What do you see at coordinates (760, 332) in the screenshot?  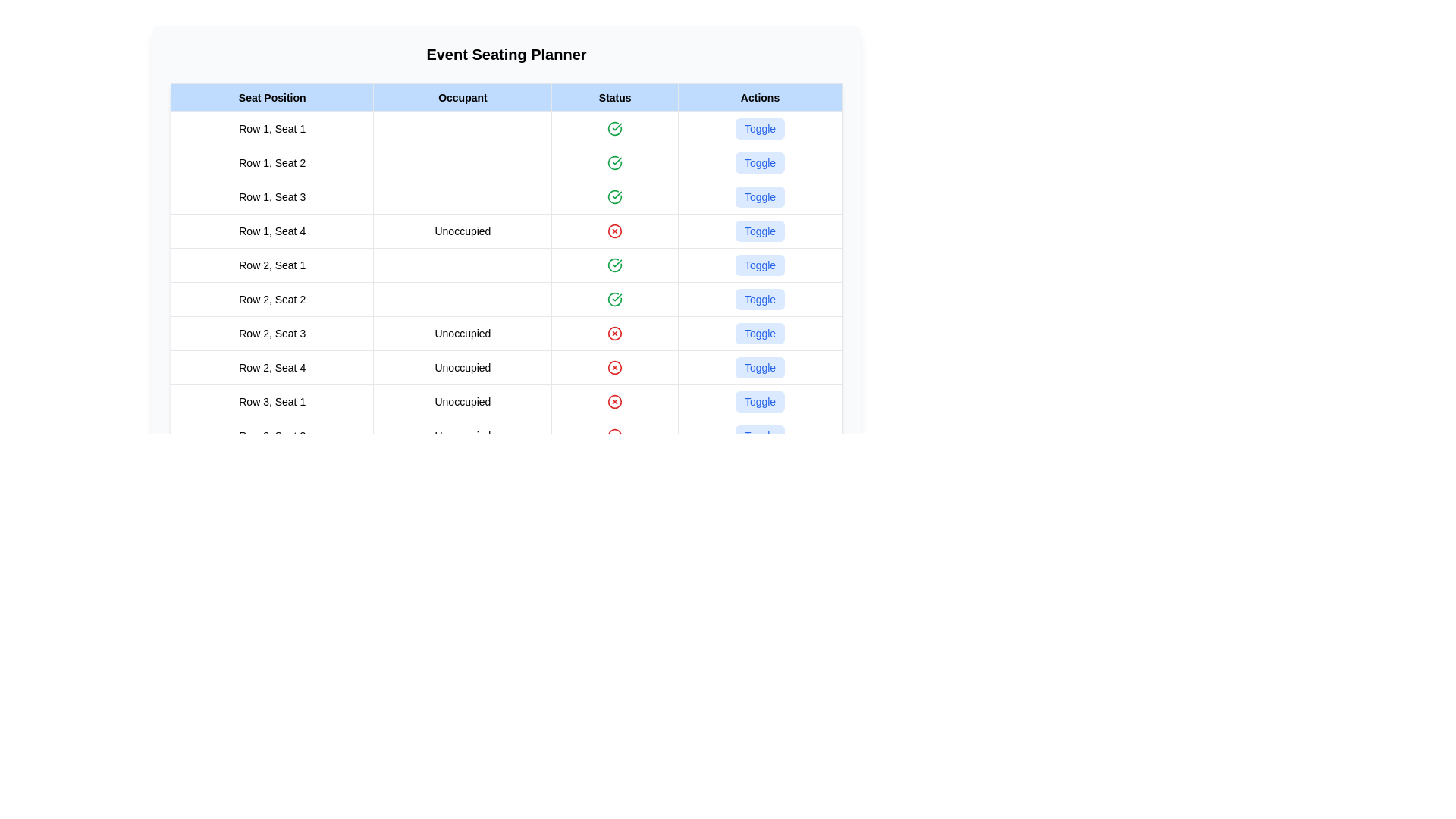 I see `the button related to toggling a state or changing a setting for the 'Row 2, Seat 3' entry in the event seating planner table` at bounding box center [760, 332].